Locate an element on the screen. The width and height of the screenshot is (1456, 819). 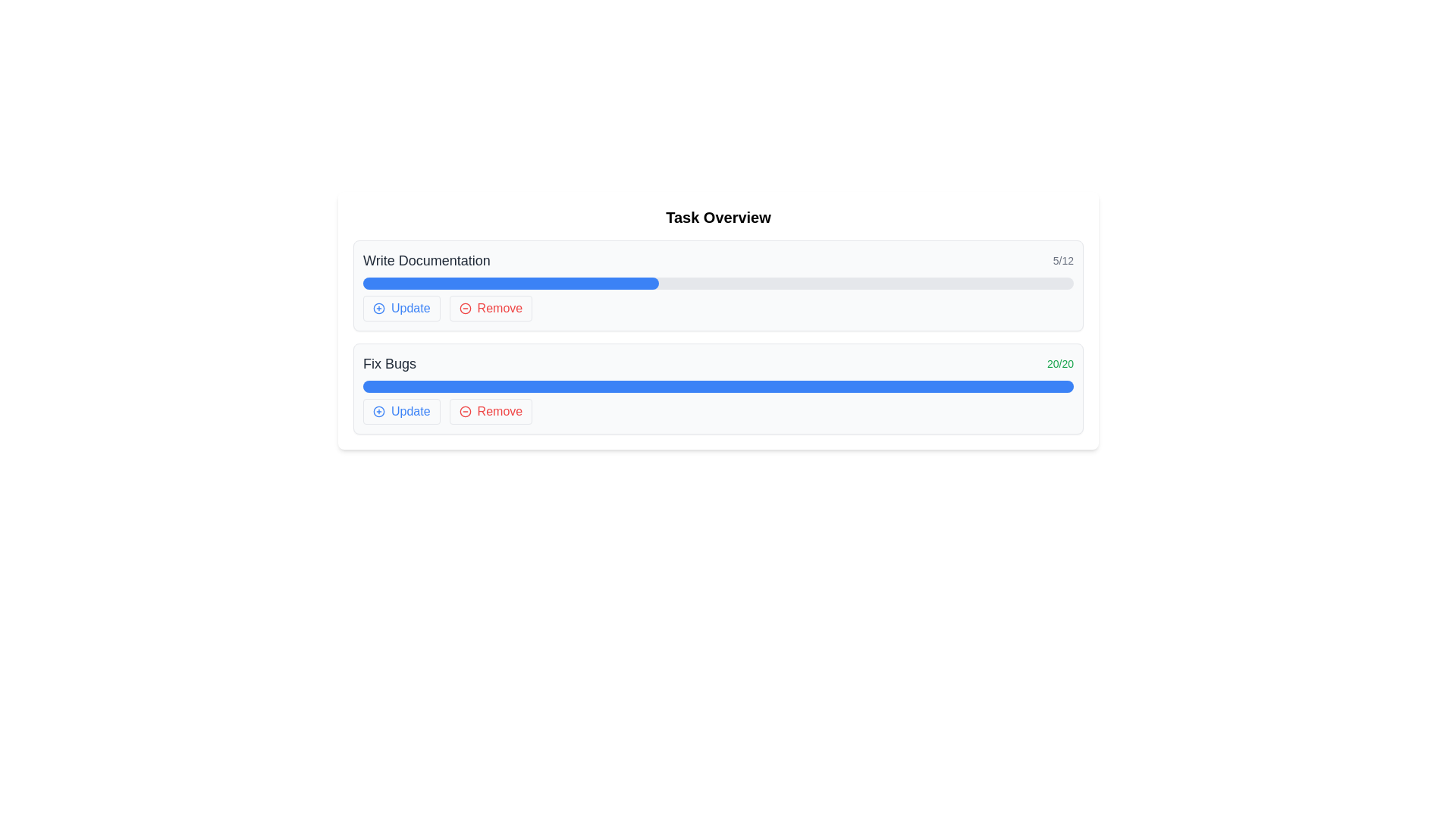
the 'Update' button, which is visually represented by a Circle Plus SVG icon to the left of the 'Update' text, located in the 'Fix Bugs' section of the task list is located at coordinates (378, 412).